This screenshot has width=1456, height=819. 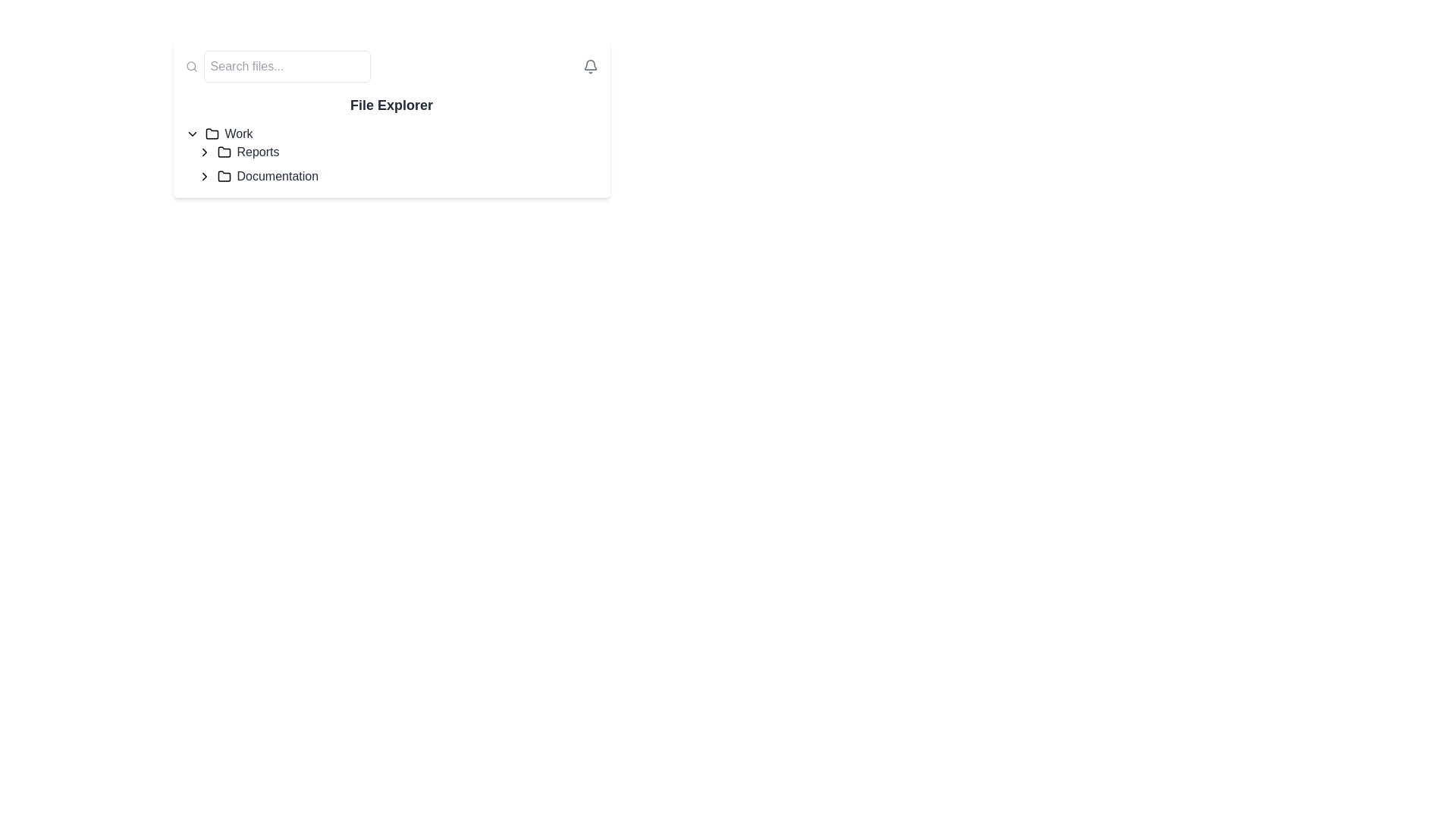 I want to click on the folder icon representing the 'Reports' directory in the file explorer interface, so click(x=223, y=152).